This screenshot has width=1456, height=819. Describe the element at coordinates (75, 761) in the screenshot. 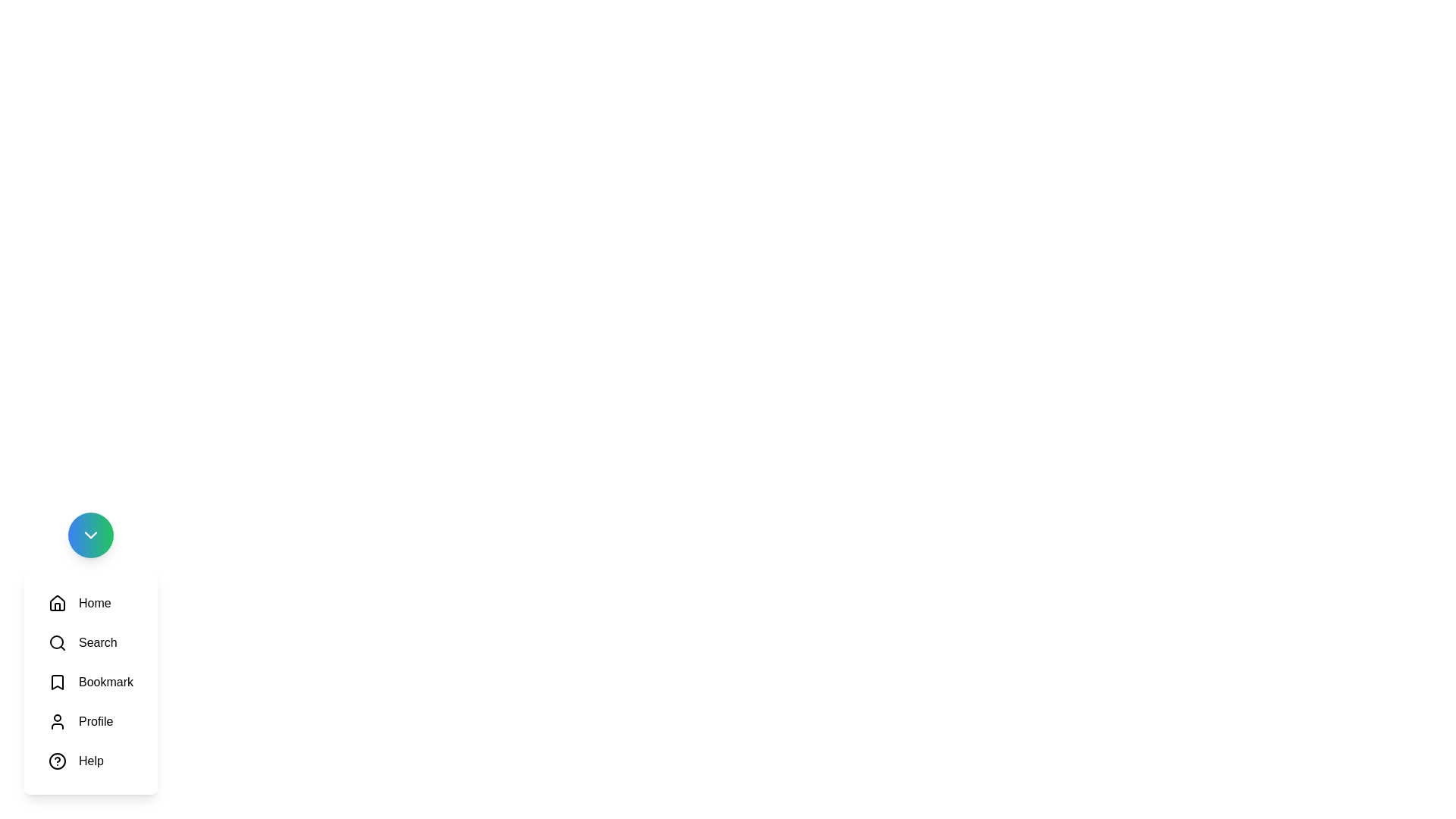

I see `the icon labeled Help` at that location.